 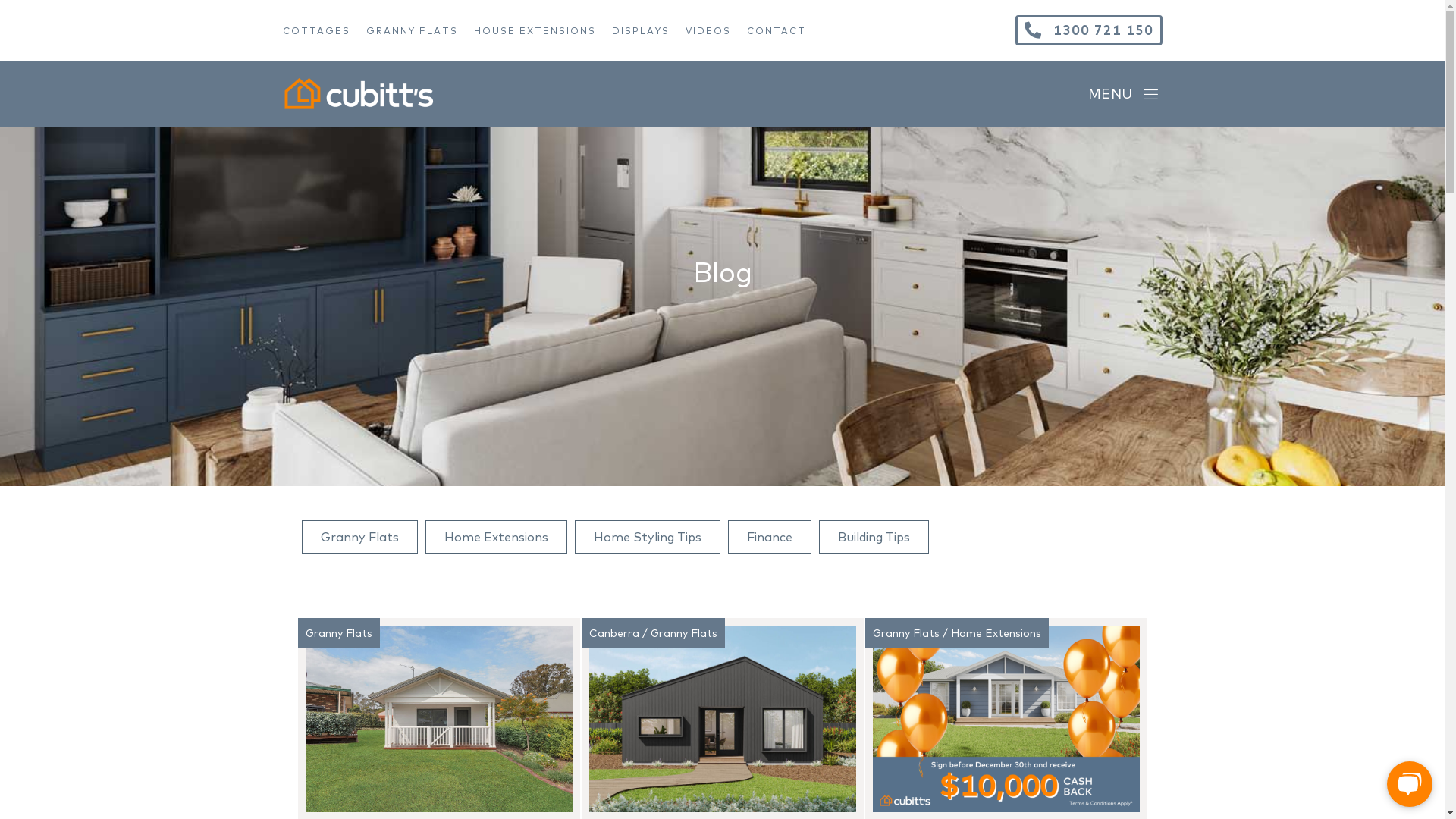 What do you see at coordinates (1087, 30) in the screenshot?
I see `'1300 721 150'` at bounding box center [1087, 30].